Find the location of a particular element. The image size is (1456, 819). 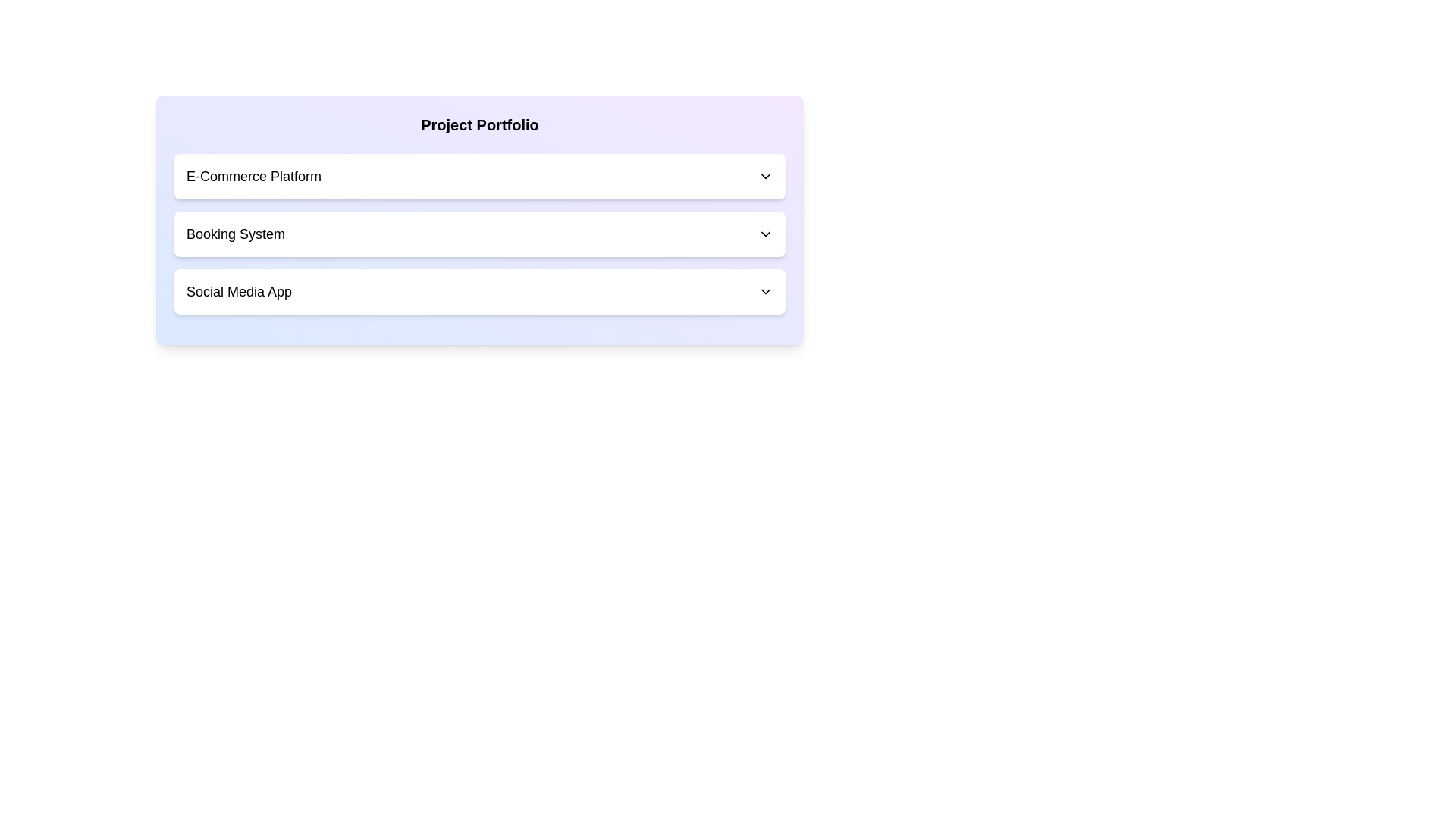

the Dropdown Indicator Icon located at the far-right end of the 'E-Commerce Platform' box is located at coordinates (765, 175).